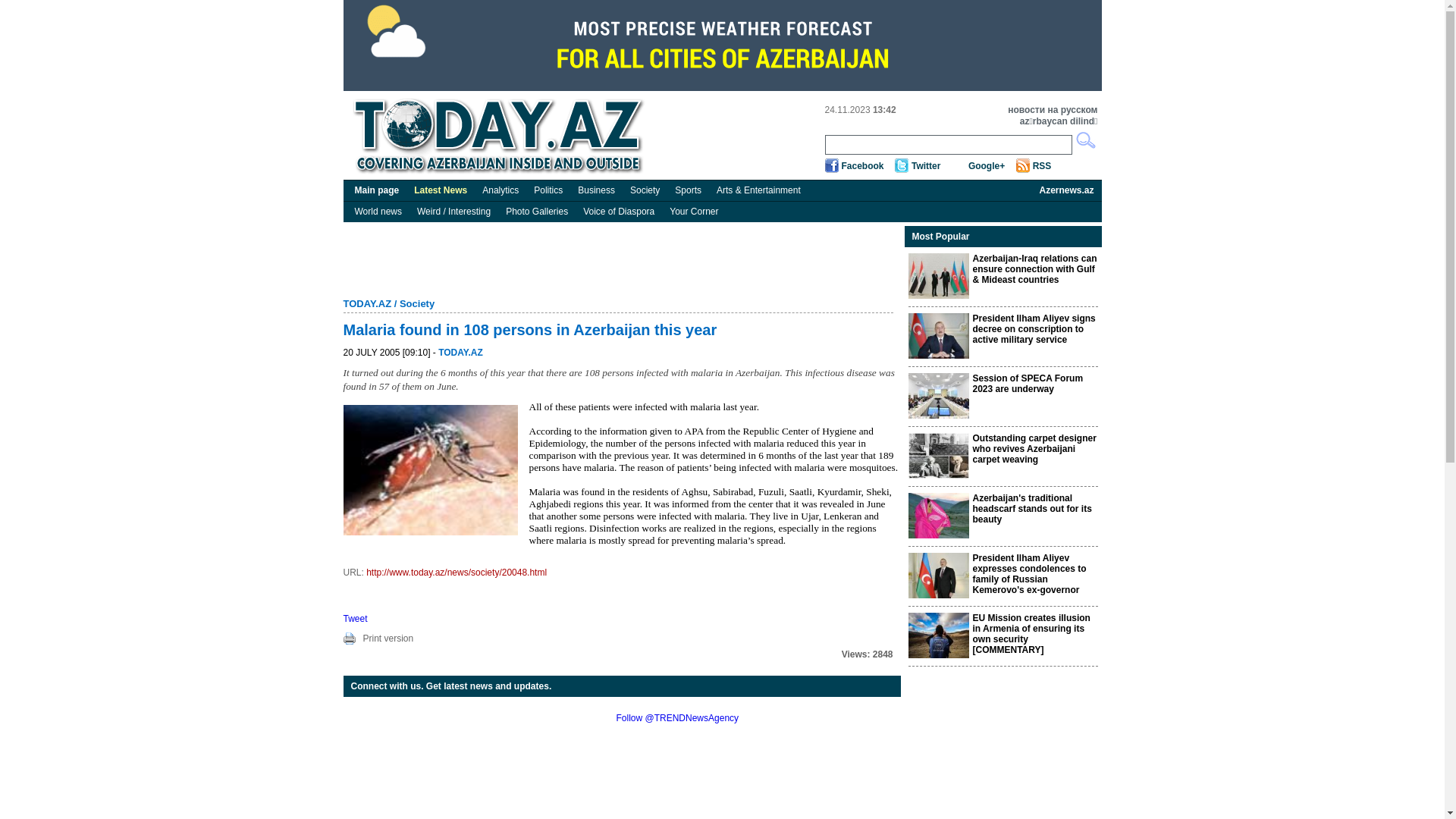  What do you see at coordinates (1027, 382) in the screenshot?
I see `'Session of SPECA Forum 2023 are underway'` at bounding box center [1027, 382].